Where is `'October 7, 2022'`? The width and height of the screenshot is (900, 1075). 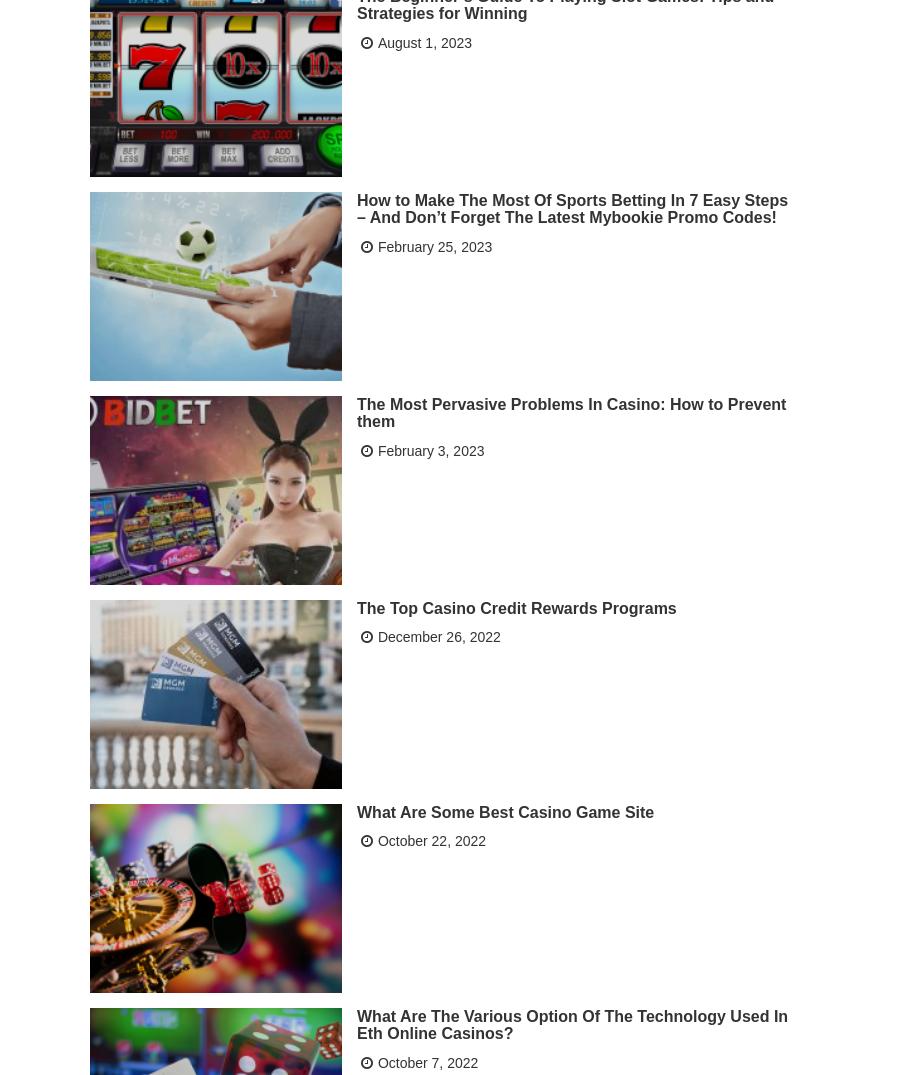 'October 7, 2022' is located at coordinates (427, 1061).